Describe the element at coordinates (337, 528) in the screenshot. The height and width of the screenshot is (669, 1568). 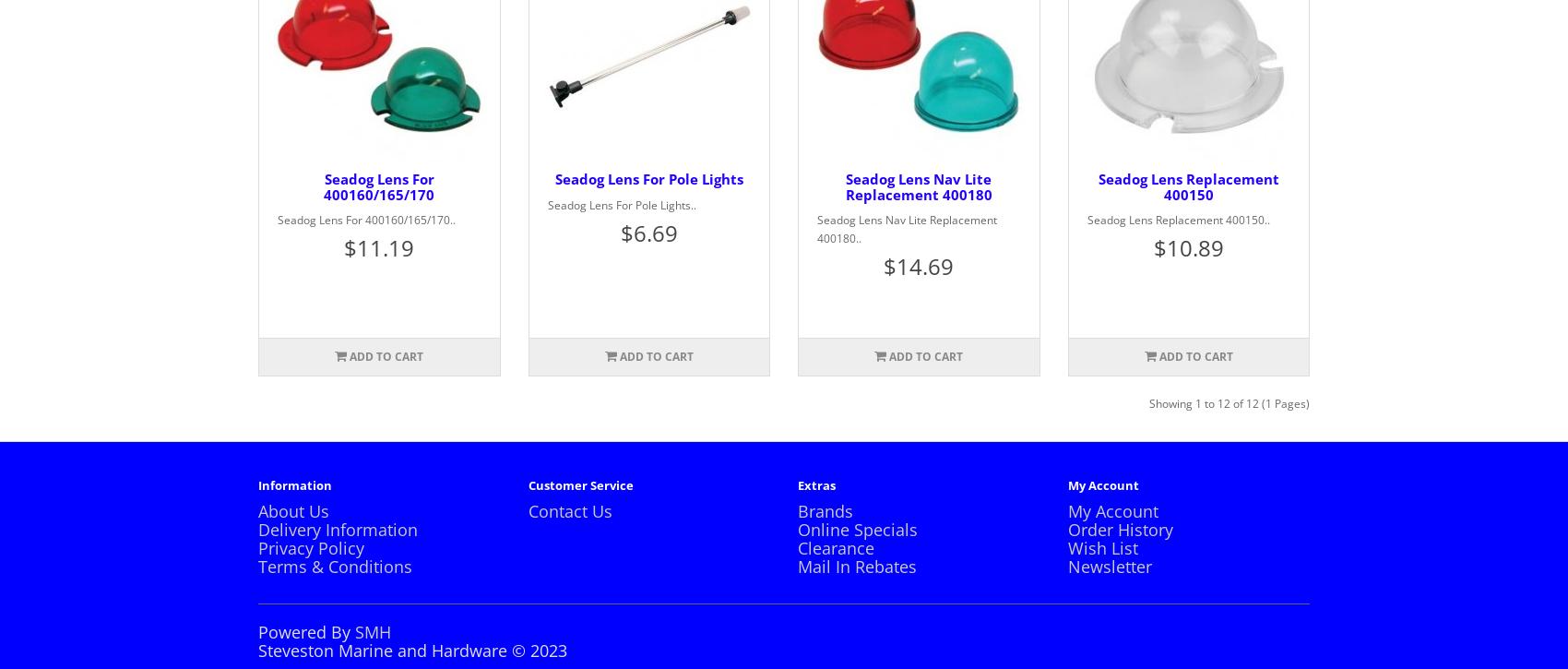
I see `'Delivery Information'` at that location.